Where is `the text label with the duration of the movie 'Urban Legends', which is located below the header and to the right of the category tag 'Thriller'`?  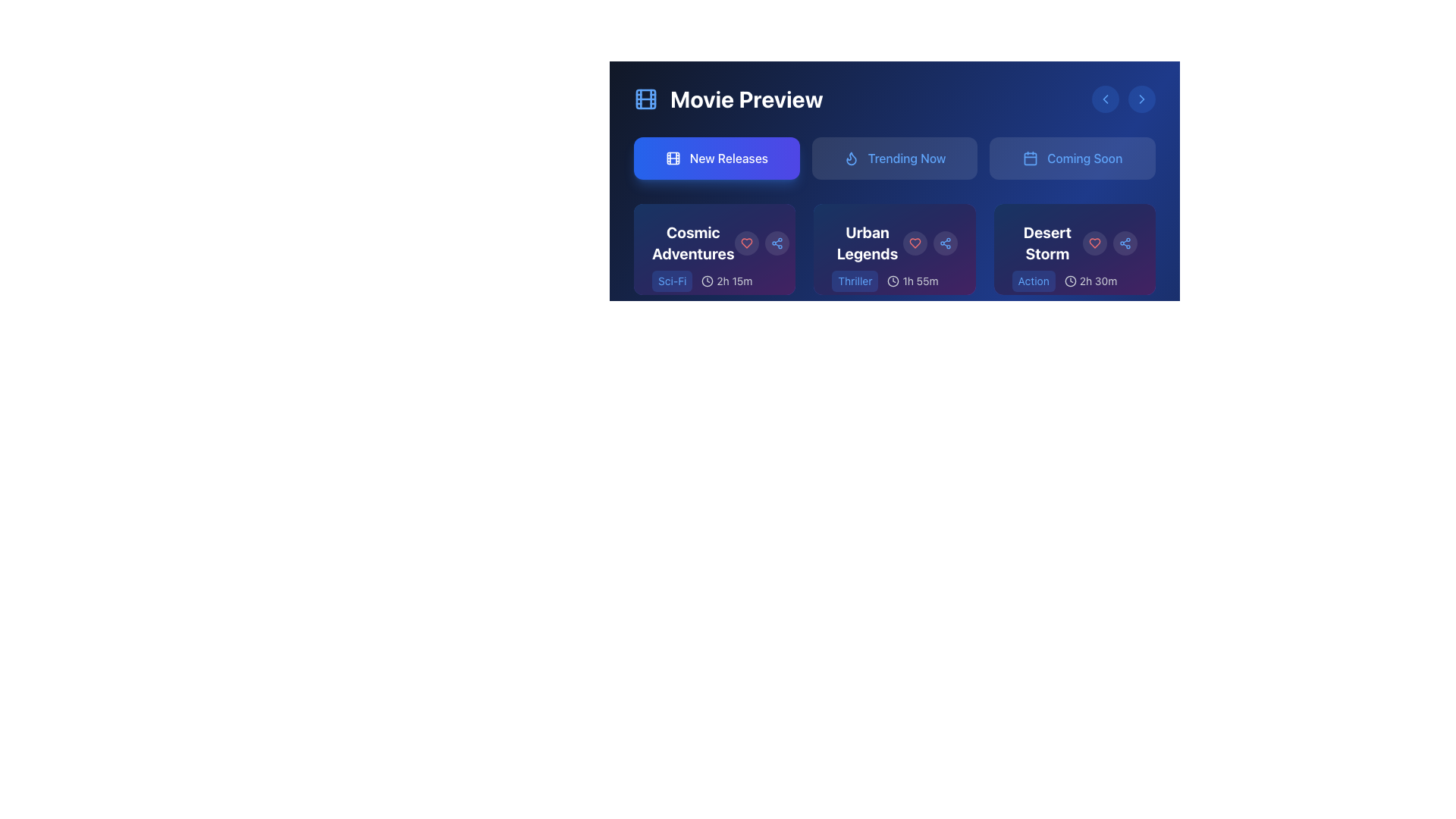 the text label with the duration of the movie 'Urban Legends', which is located below the header and to the right of the category tag 'Thriller' is located at coordinates (895, 275).